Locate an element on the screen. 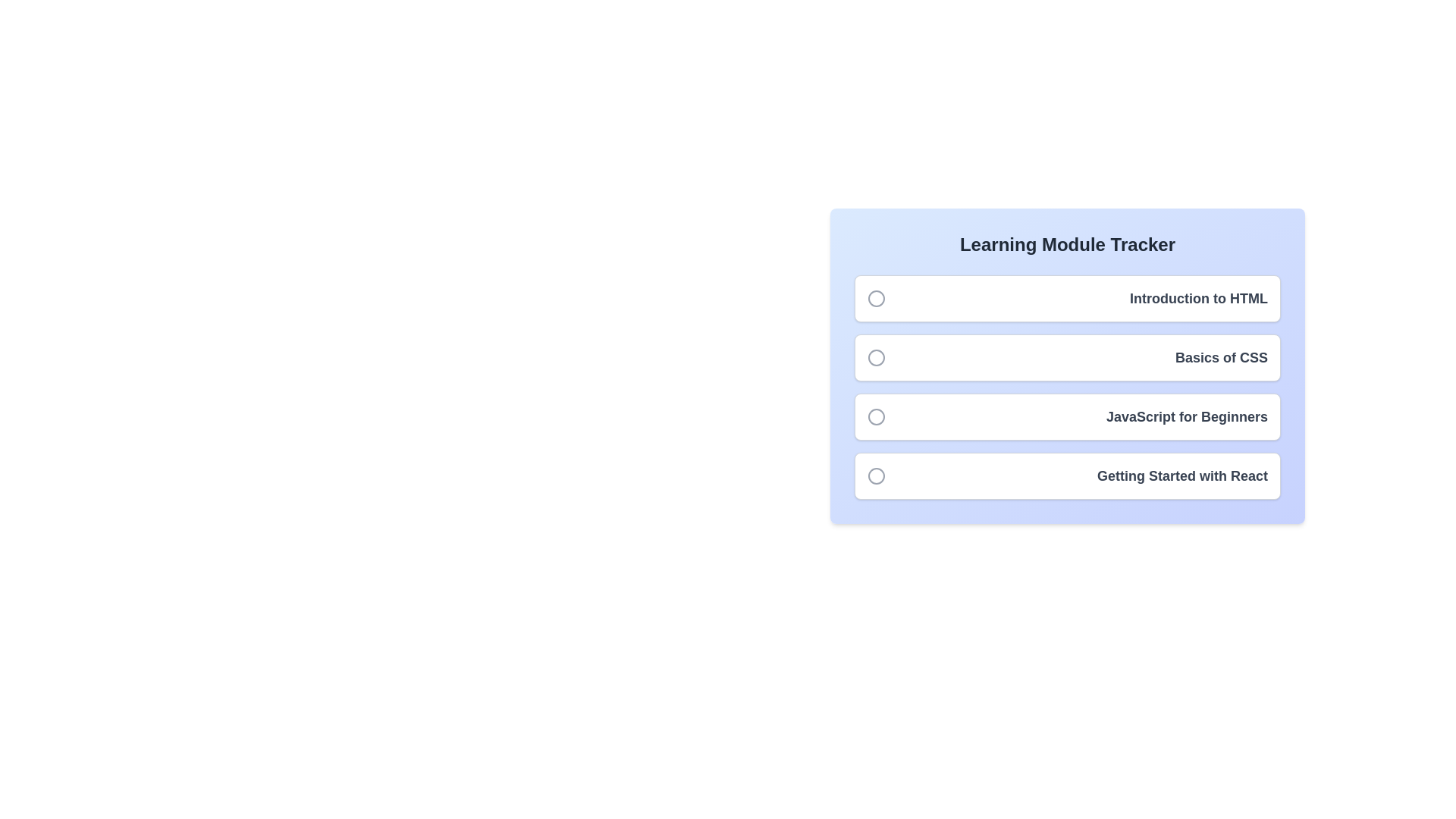  the learning module list item titled 'JavaScript for Beginners' is located at coordinates (1066, 417).